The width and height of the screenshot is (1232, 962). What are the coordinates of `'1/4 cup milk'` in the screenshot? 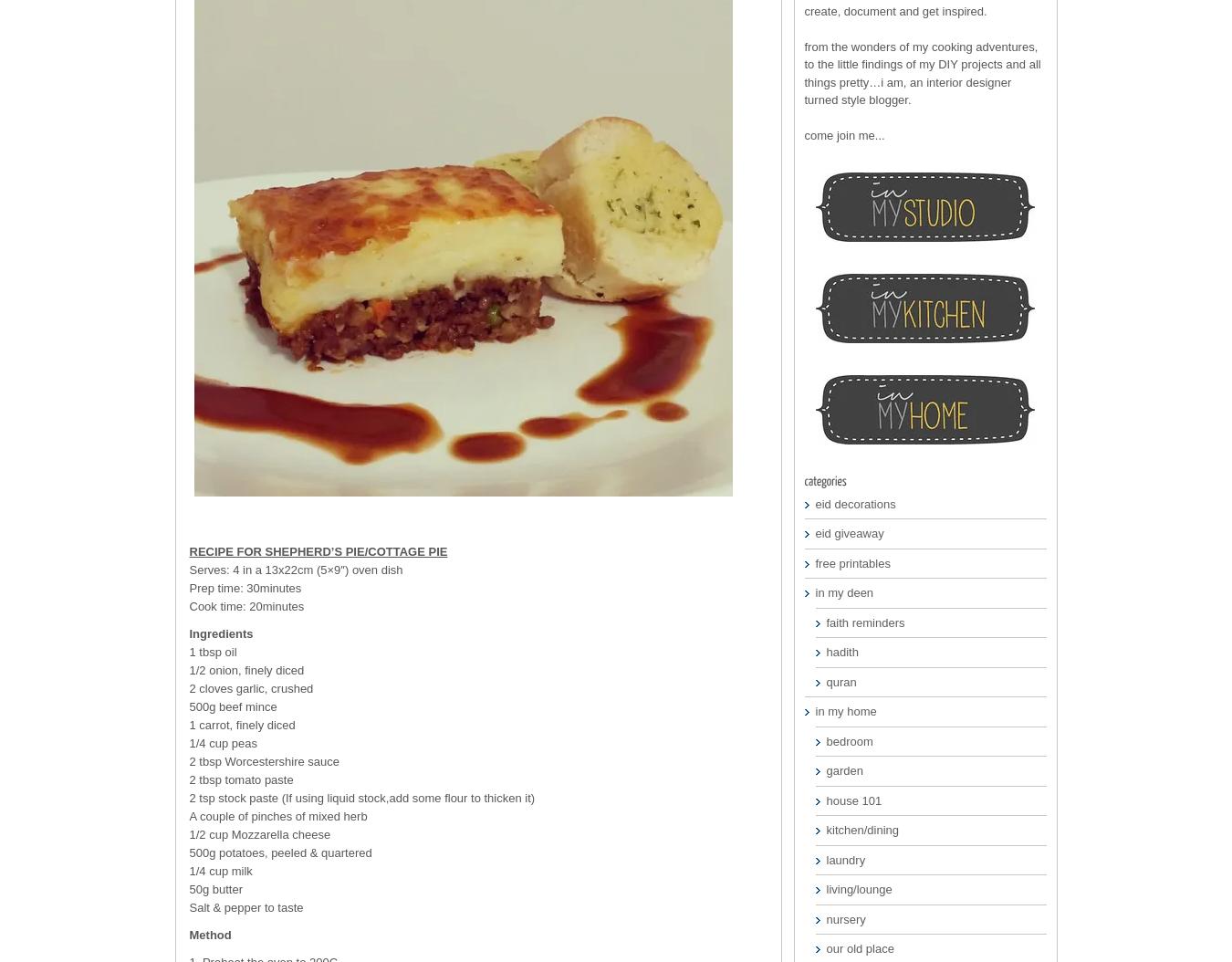 It's located at (219, 871).